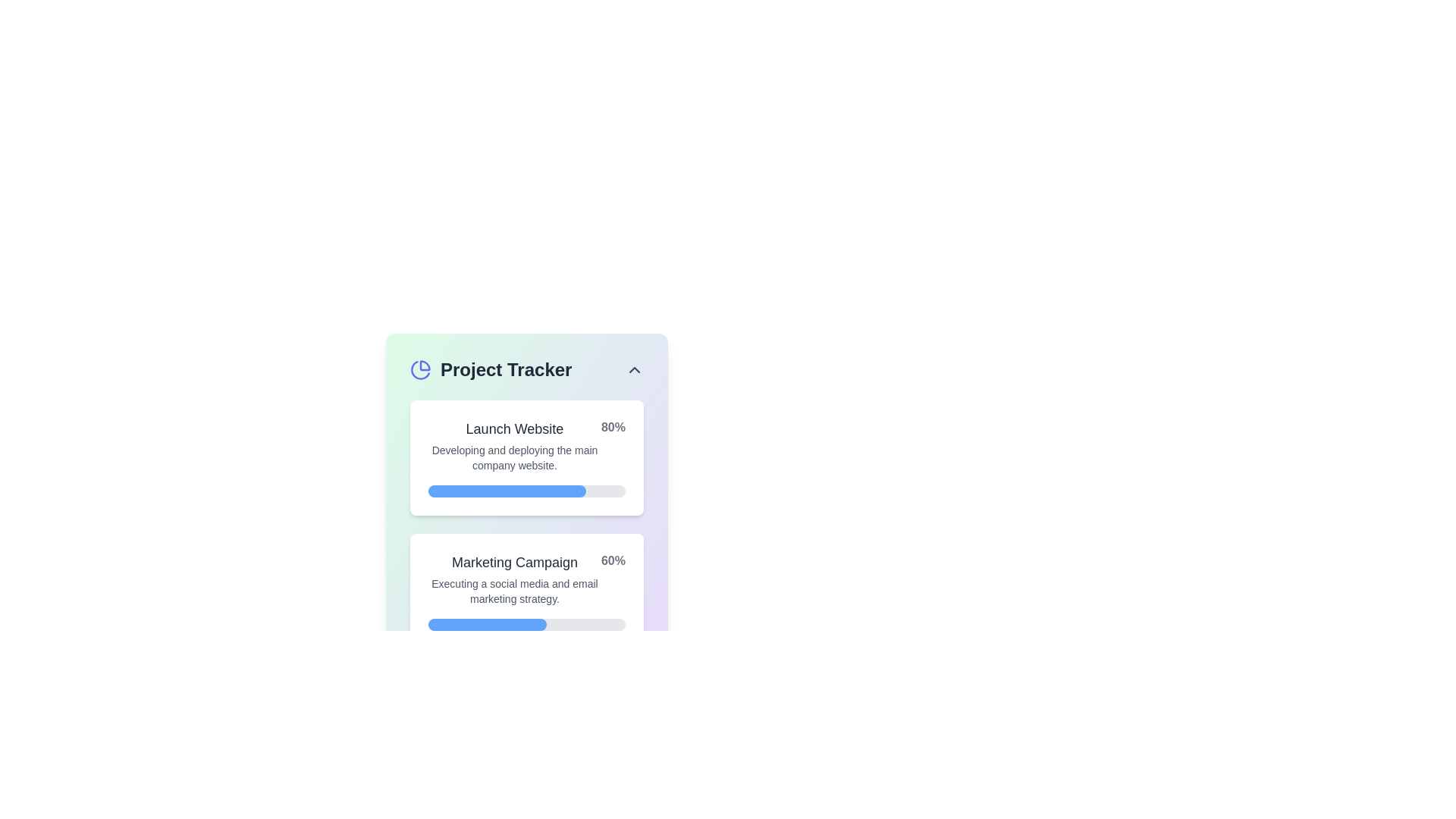  Describe the element at coordinates (527, 370) in the screenshot. I see `the Label (Header) that serves as the title for the project tracker section, located at the top of the main content card` at that location.